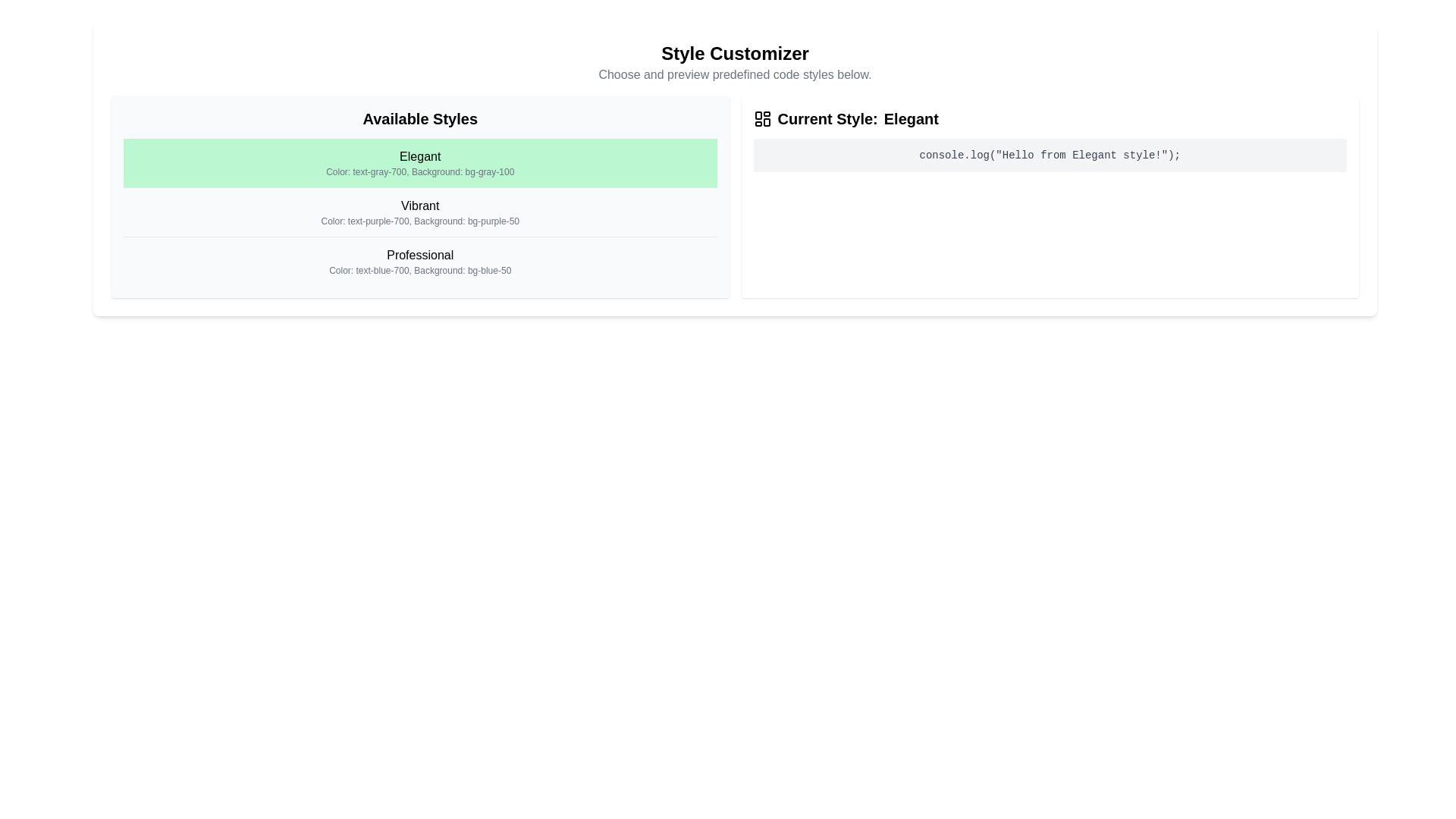  Describe the element at coordinates (420, 206) in the screenshot. I see `the text label displaying 'Vibrant', which is centrally aligned within the 'Available Styles' section and positioned above the descriptive text for this style` at that location.